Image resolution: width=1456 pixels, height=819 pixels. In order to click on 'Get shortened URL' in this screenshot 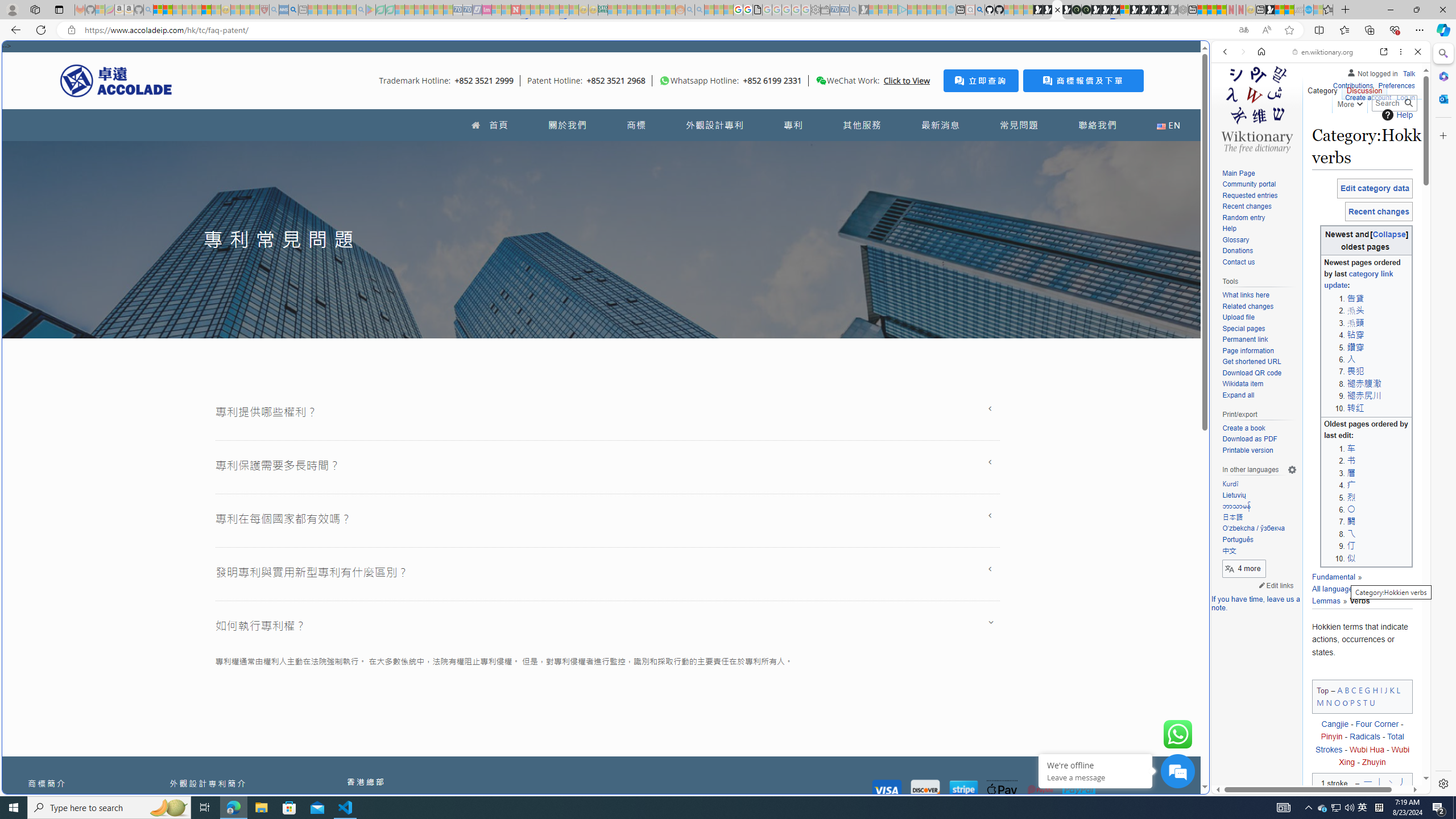, I will do `click(1251, 361)`.